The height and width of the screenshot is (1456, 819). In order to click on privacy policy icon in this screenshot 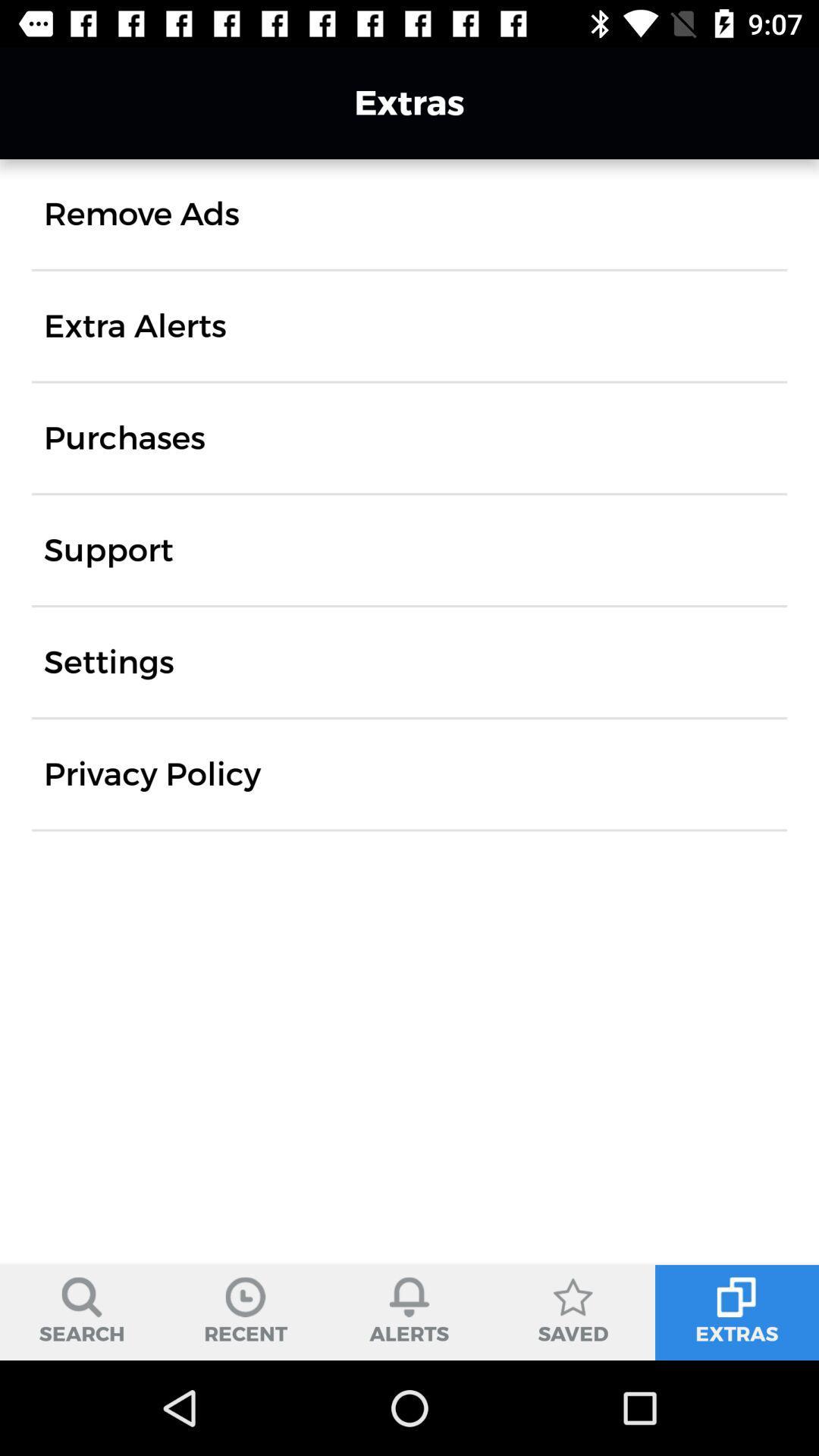, I will do `click(152, 774)`.